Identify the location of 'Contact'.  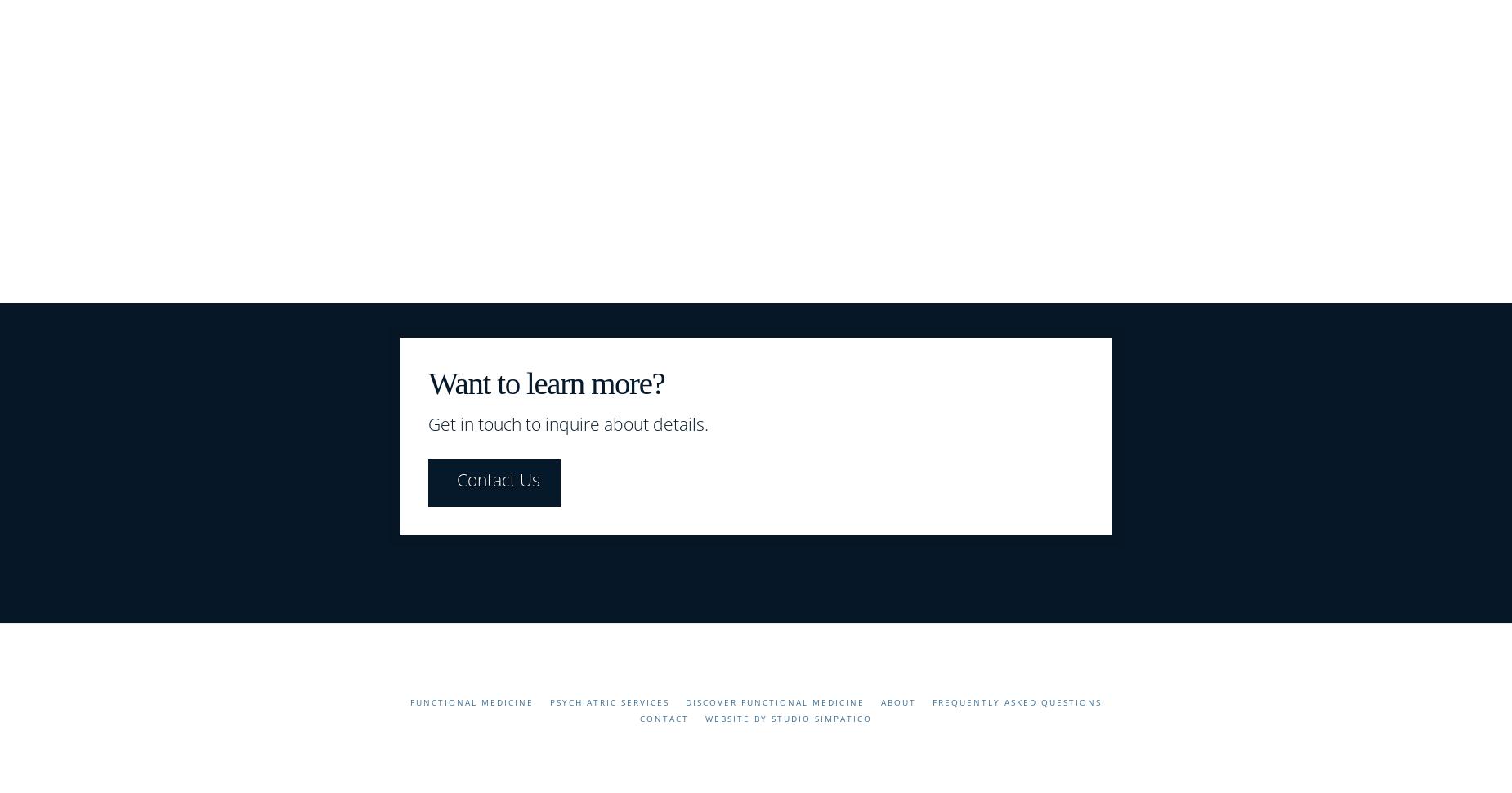
(664, 719).